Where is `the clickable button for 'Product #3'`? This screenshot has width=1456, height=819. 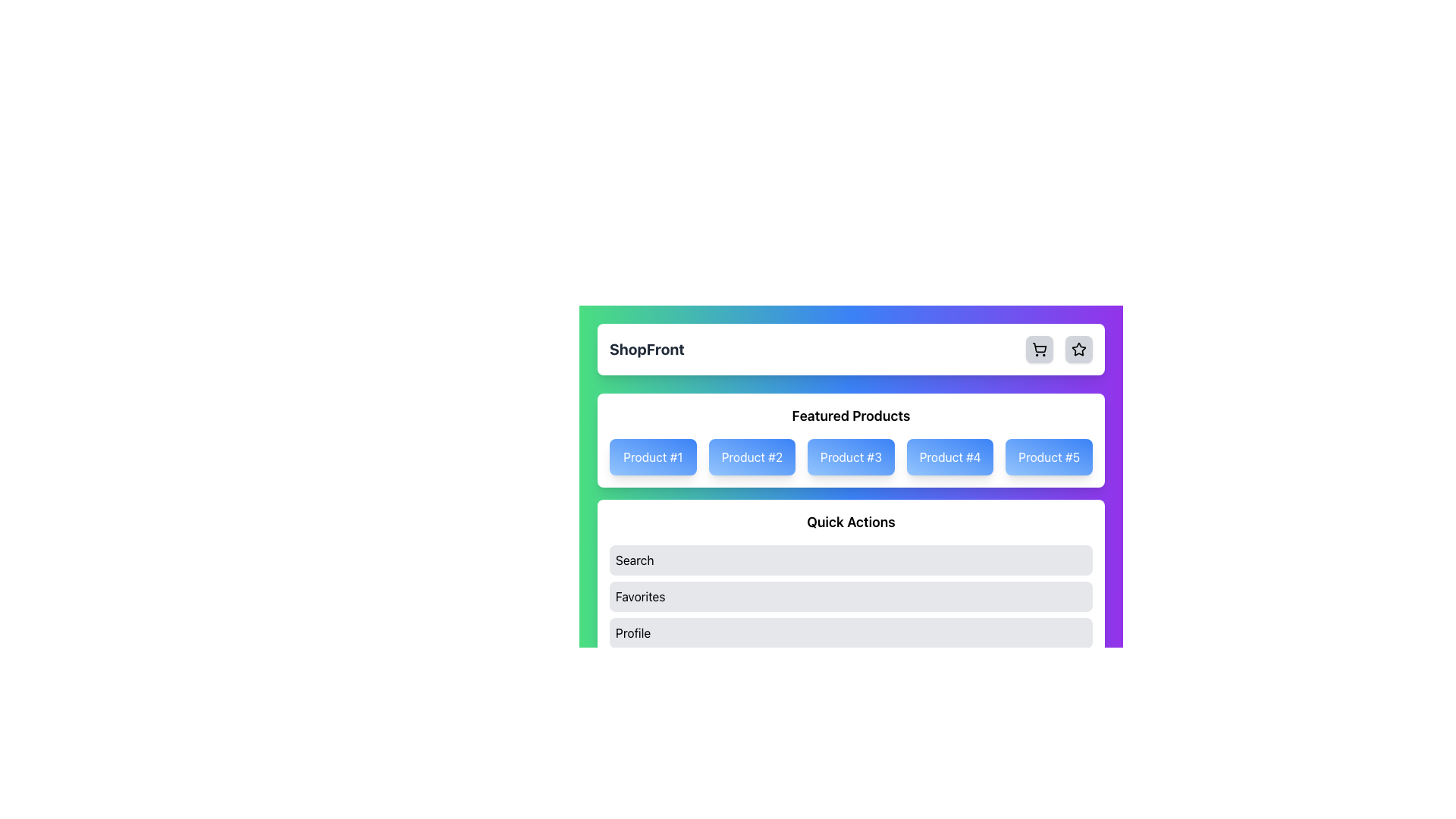
the clickable button for 'Product #3' is located at coordinates (851, 466).